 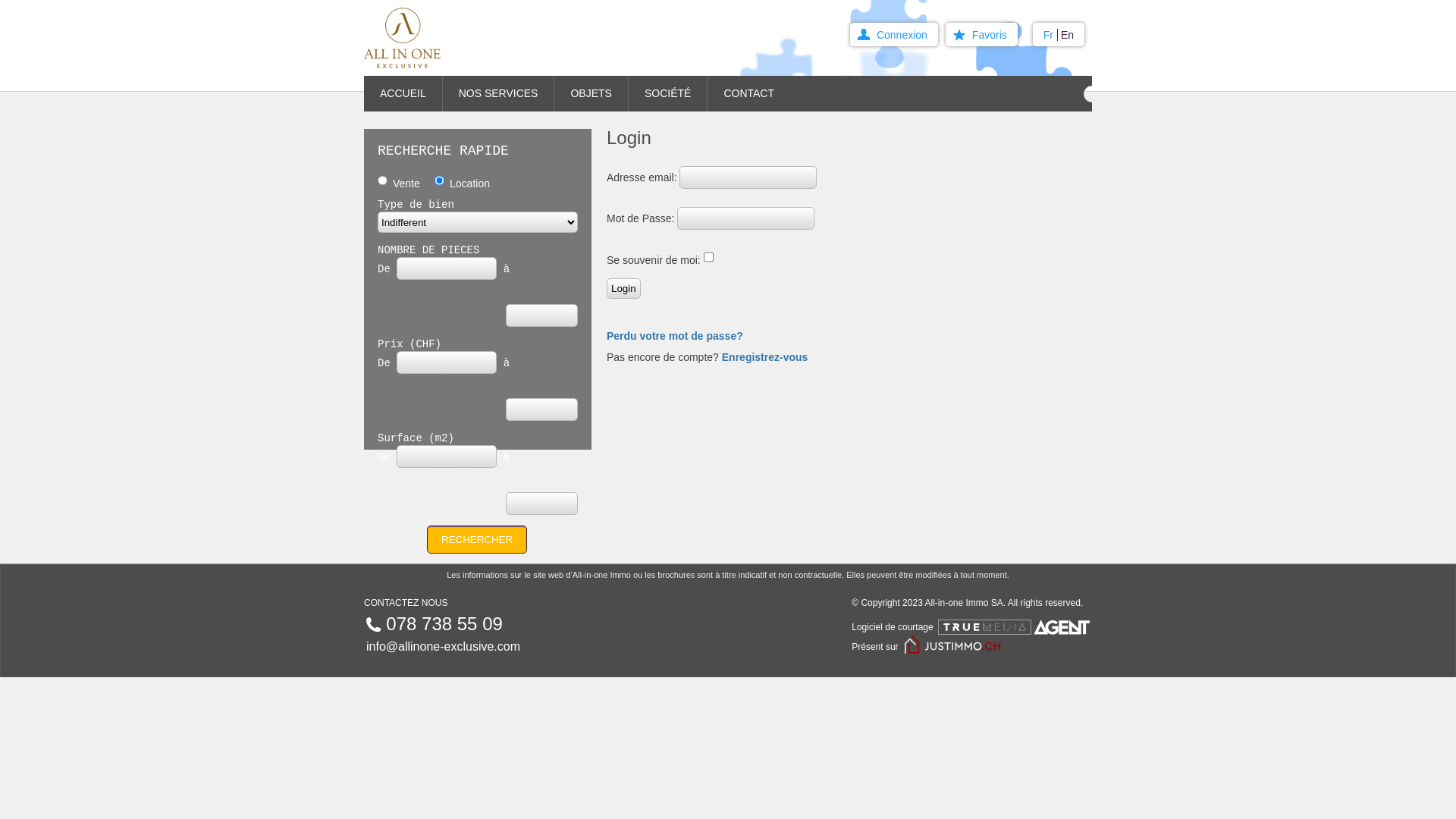 I want to click on 'Identifiant', so click(x=748, y=177).